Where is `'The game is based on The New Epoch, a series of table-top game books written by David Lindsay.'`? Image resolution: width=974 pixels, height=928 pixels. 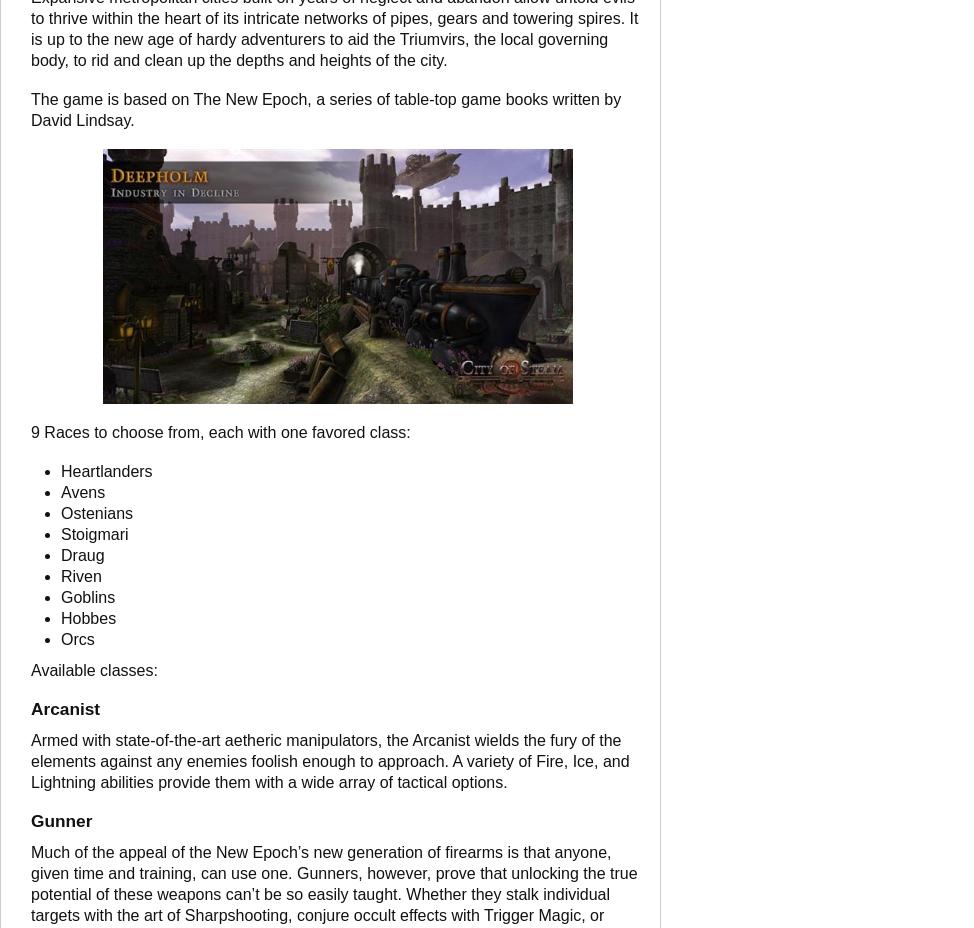
'The game is based on The New Epoch, a series of table-top game books written by David Lindsay.' is located at coordinates (325, 108).